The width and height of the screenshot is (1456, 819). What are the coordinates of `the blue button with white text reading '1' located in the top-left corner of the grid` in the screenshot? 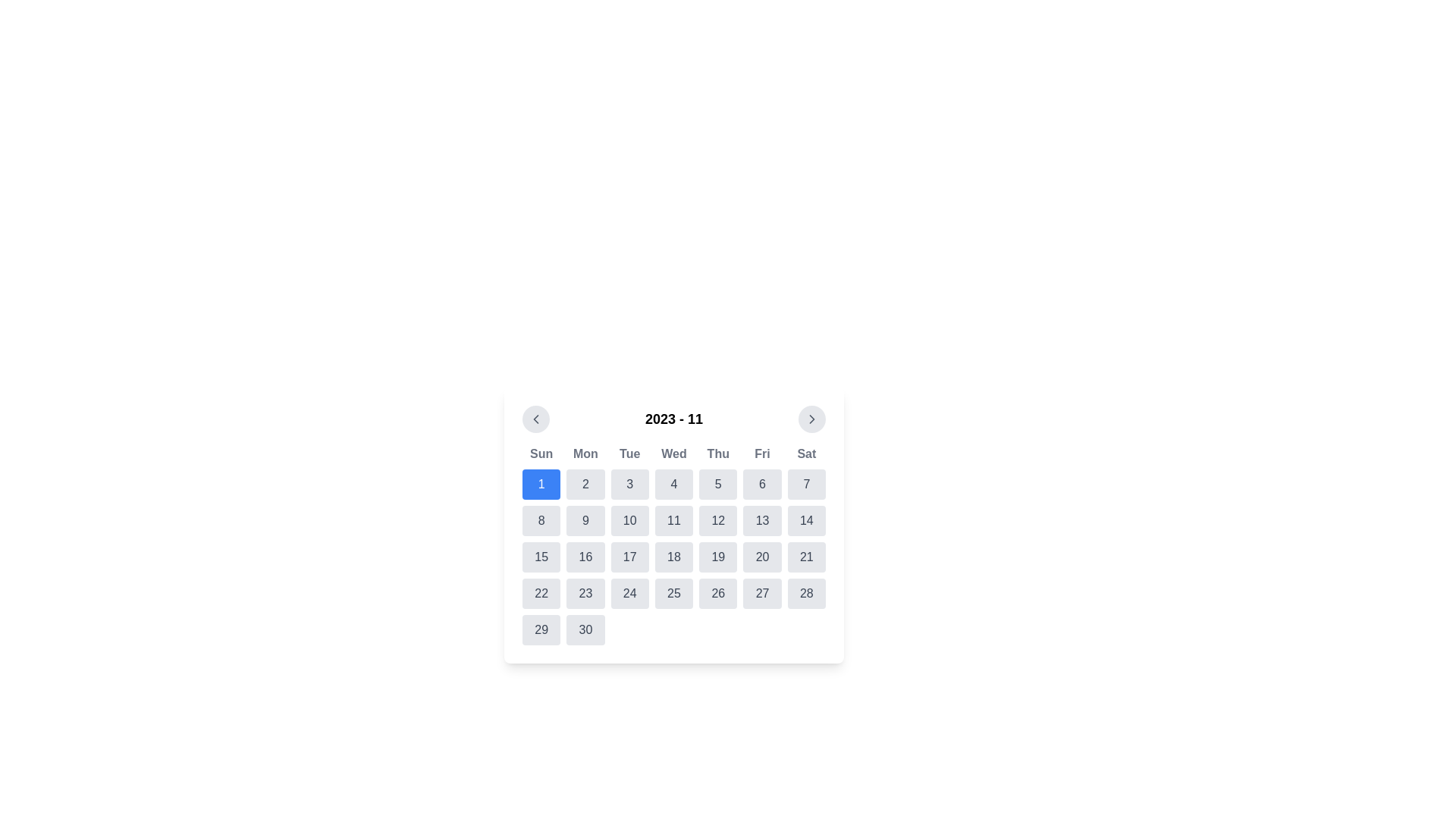 It's located at (541, 485).